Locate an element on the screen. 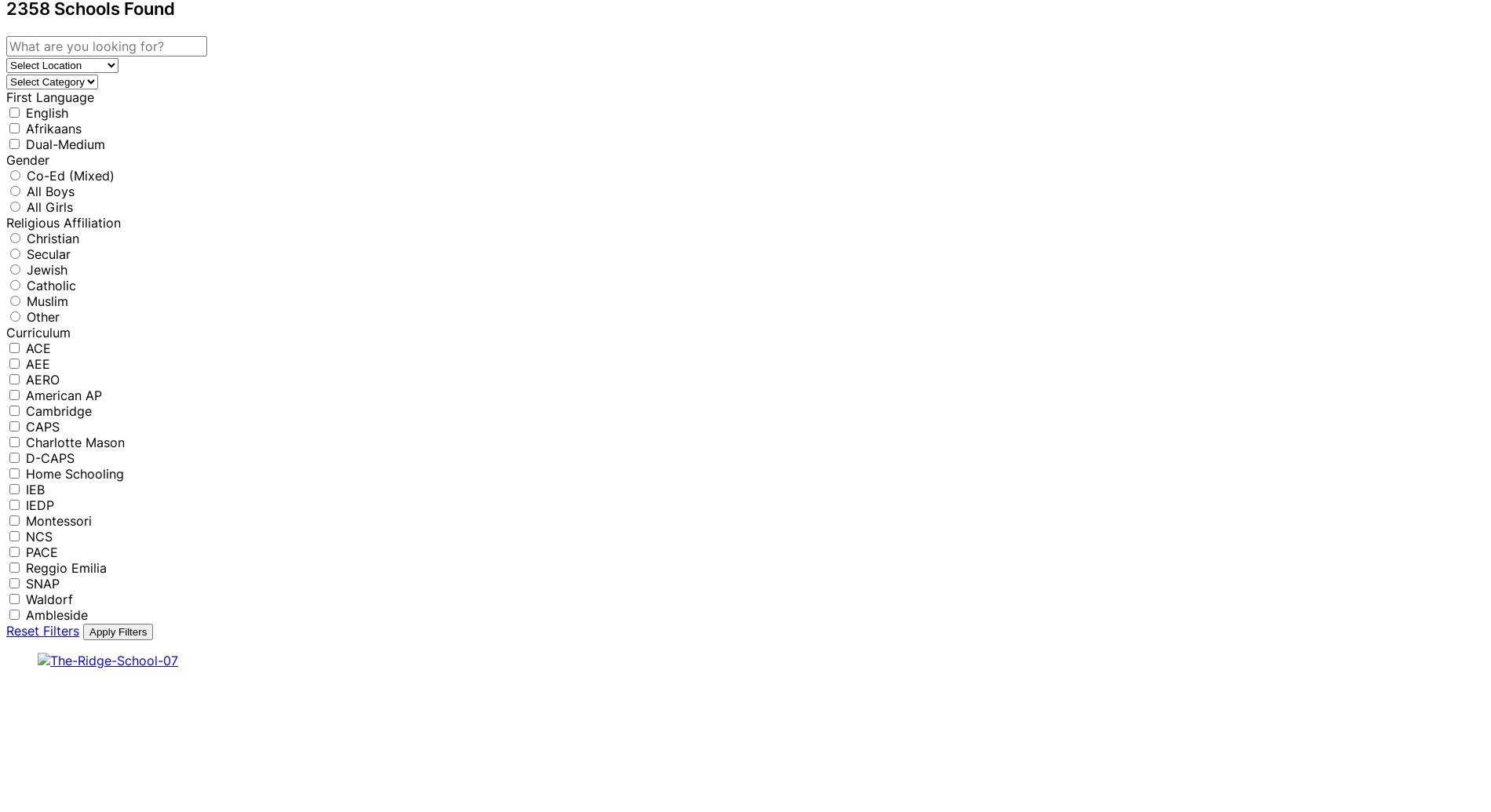 Image resolution: width=1491 pixels, height=812 pixels. 'AEE' is located at coordinates (26, 362).